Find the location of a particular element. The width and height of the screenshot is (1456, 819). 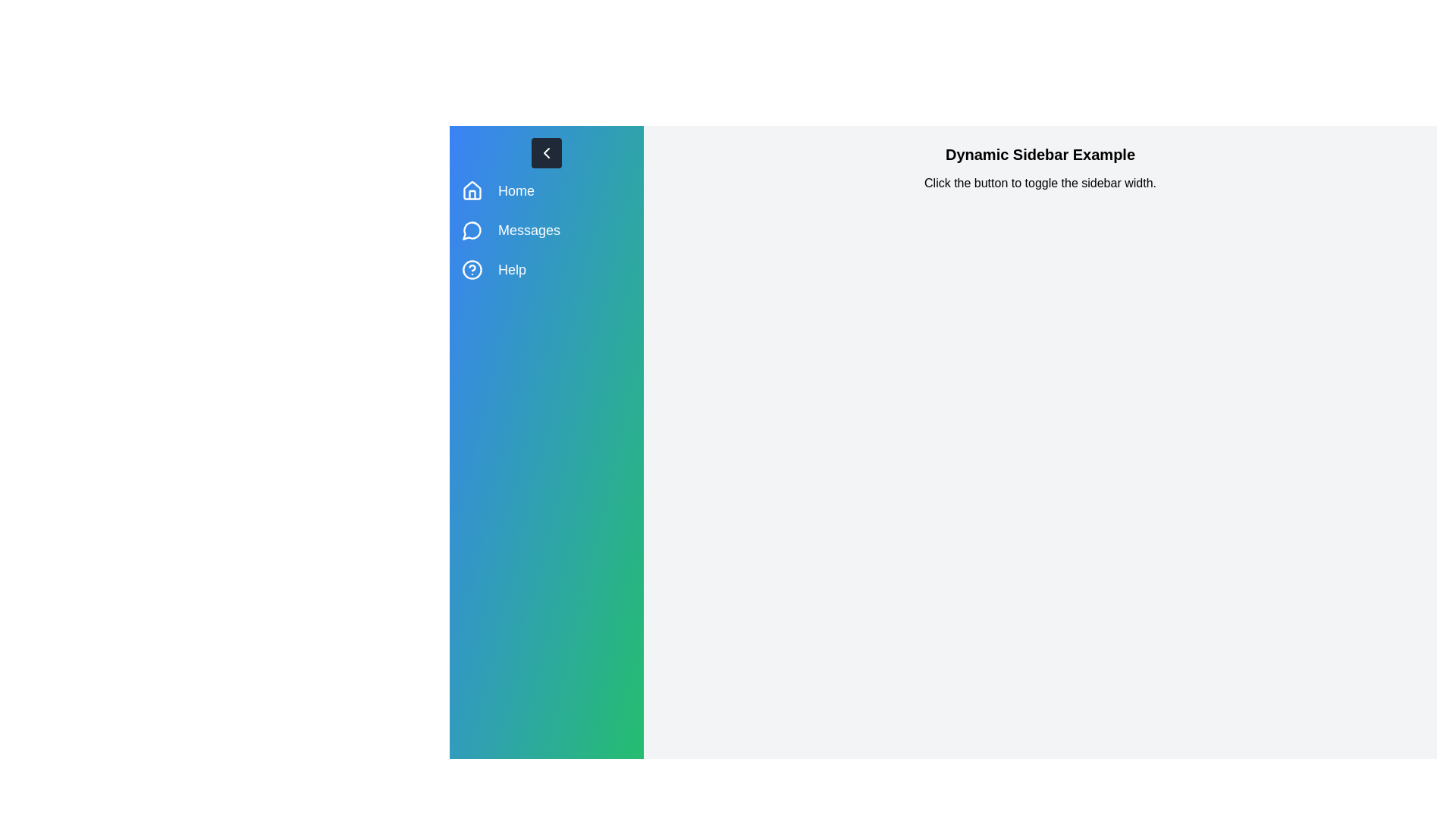

the menu item Home from the sidebar is located at coordinates (546, 190).